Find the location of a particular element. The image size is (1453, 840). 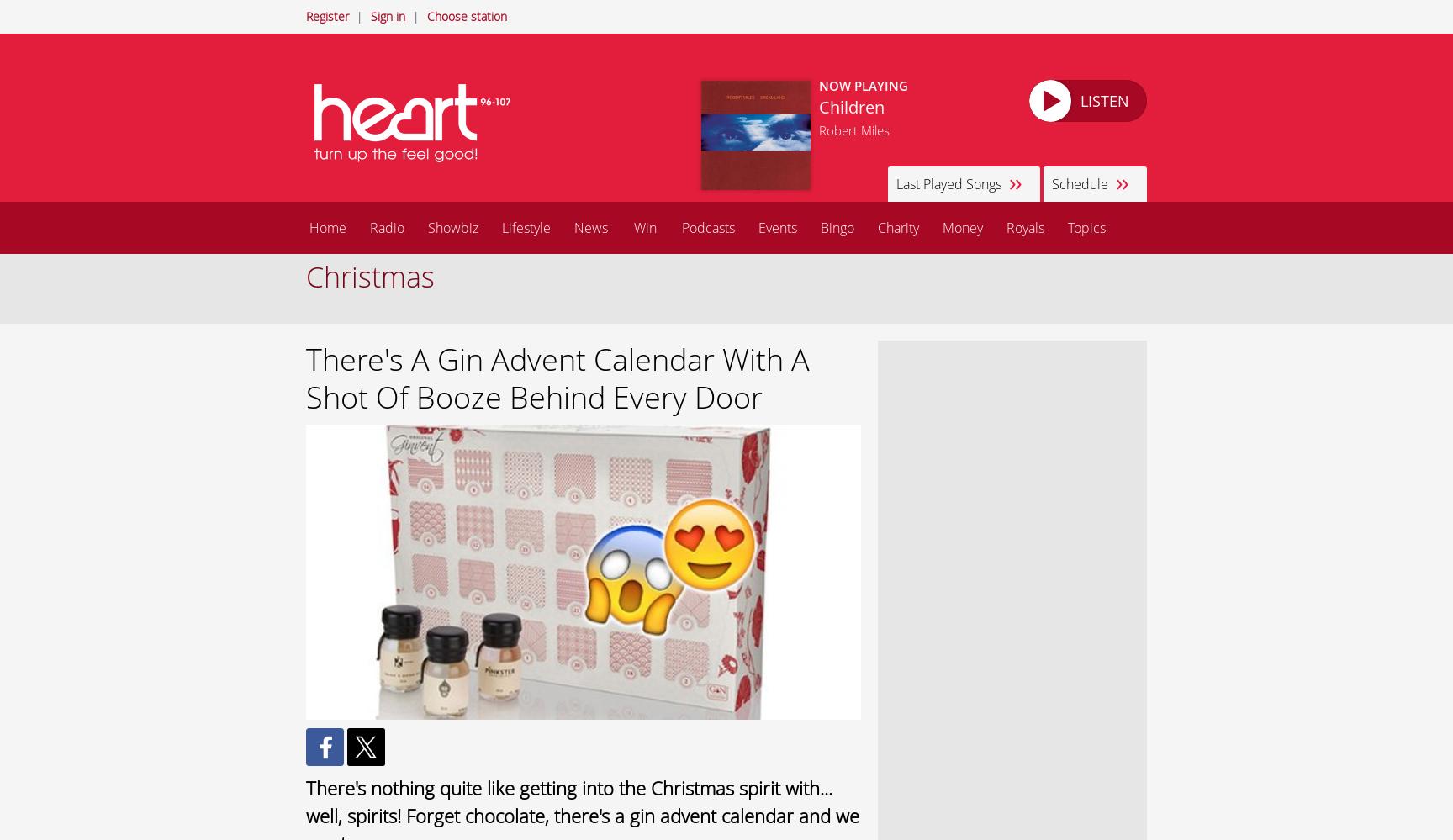

'Now Playing' is located at coordinates (862, 84).